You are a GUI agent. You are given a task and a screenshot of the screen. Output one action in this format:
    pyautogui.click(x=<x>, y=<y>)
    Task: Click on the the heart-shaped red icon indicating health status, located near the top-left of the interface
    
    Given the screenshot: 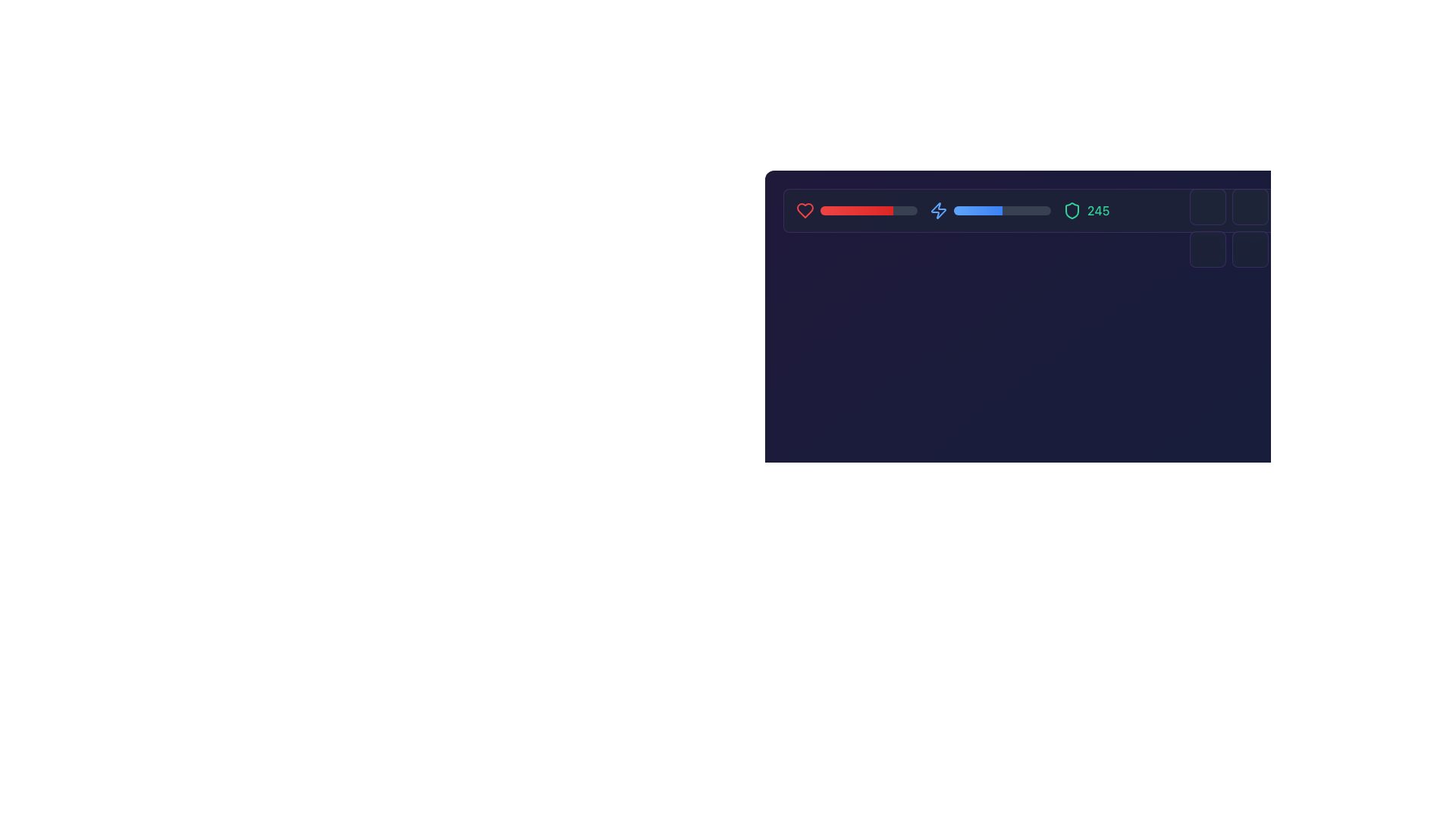 What is the action you would take?
    pyautogui.click(x=804, y=210)
    